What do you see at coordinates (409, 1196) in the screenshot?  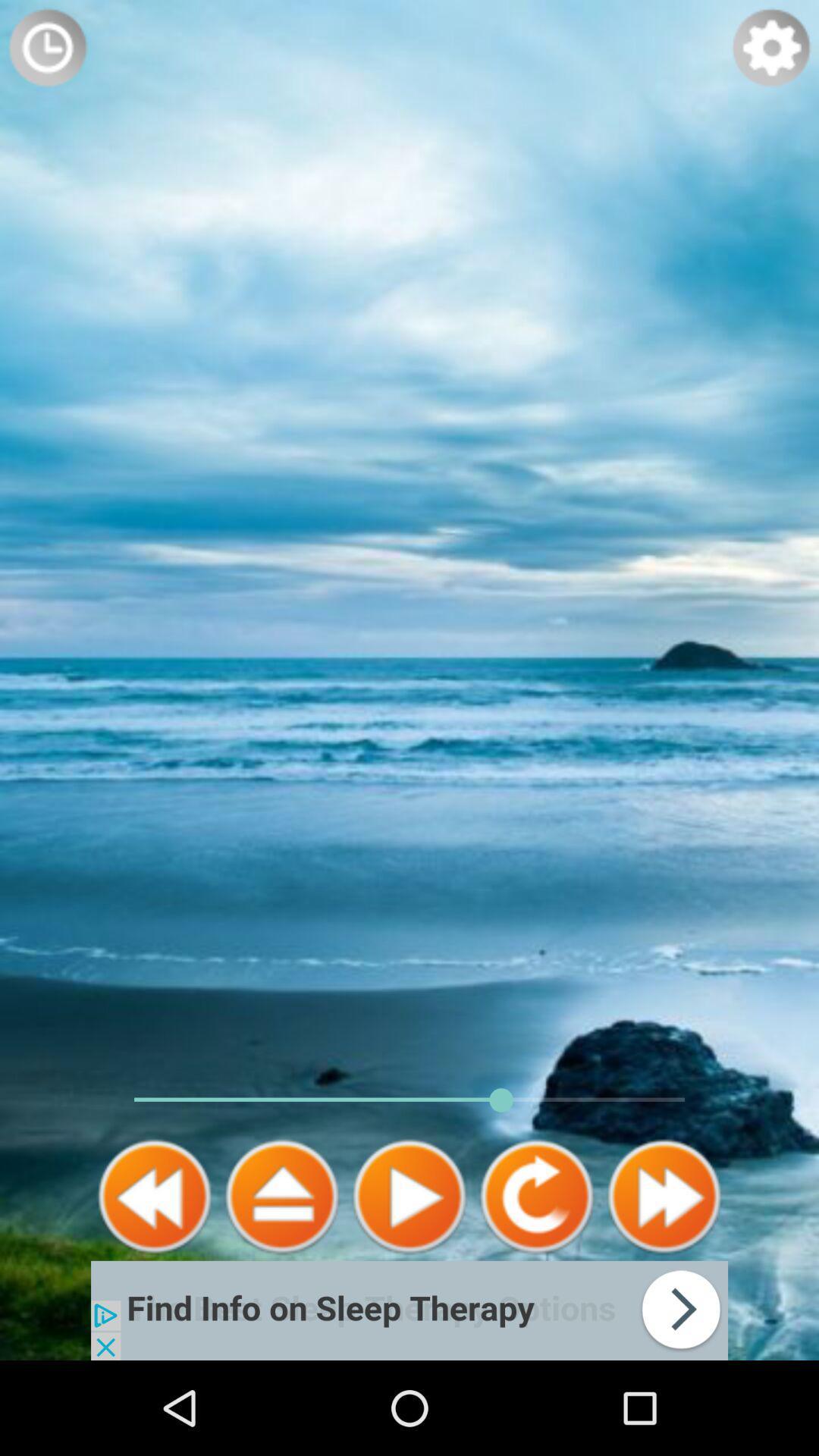 I see `media` at bounding box center [409, 1196].